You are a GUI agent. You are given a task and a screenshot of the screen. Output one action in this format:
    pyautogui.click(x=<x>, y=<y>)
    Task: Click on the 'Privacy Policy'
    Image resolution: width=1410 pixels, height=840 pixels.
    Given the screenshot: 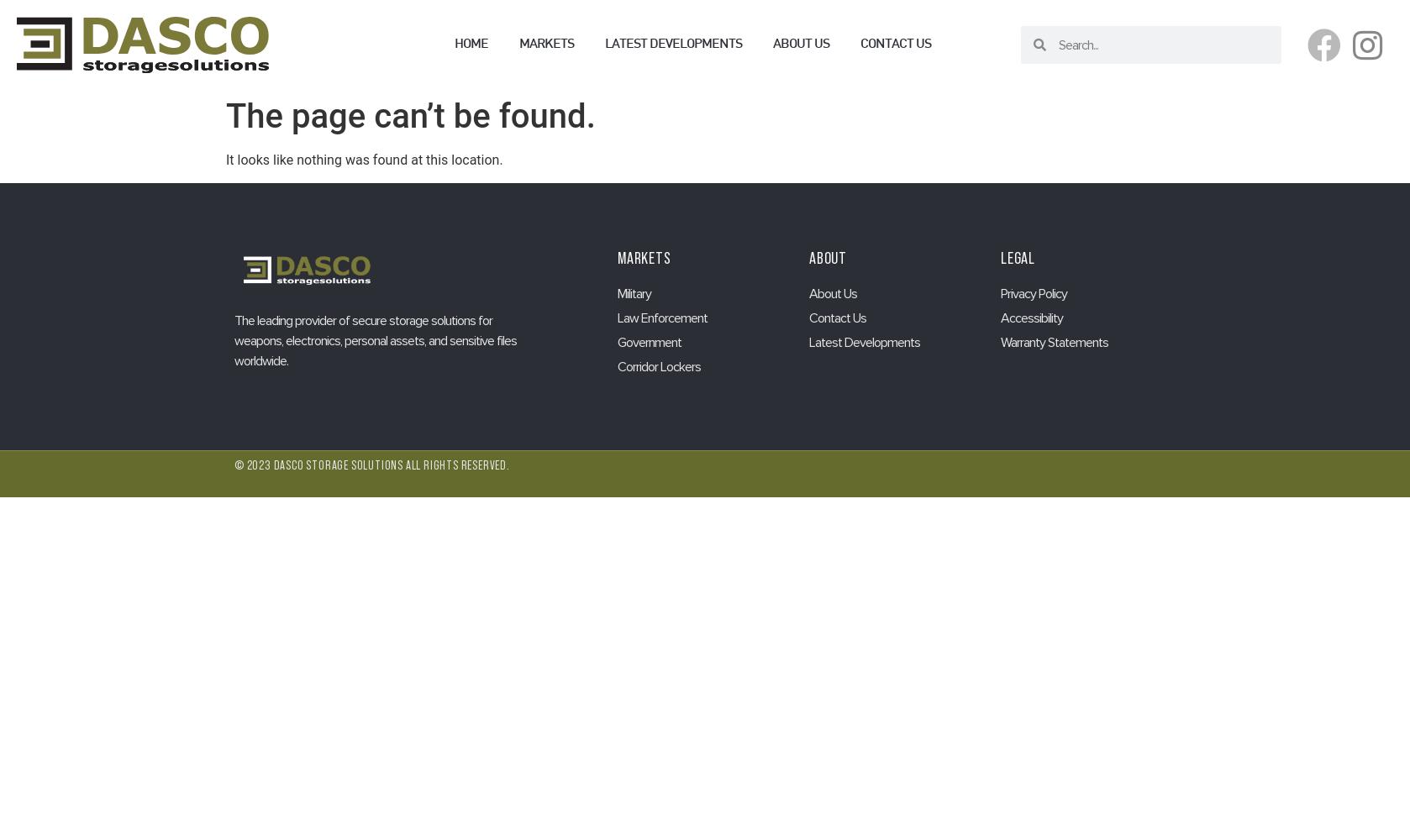 What is the action you would take?
    pyautogui.click(x=1034, y=292)
    